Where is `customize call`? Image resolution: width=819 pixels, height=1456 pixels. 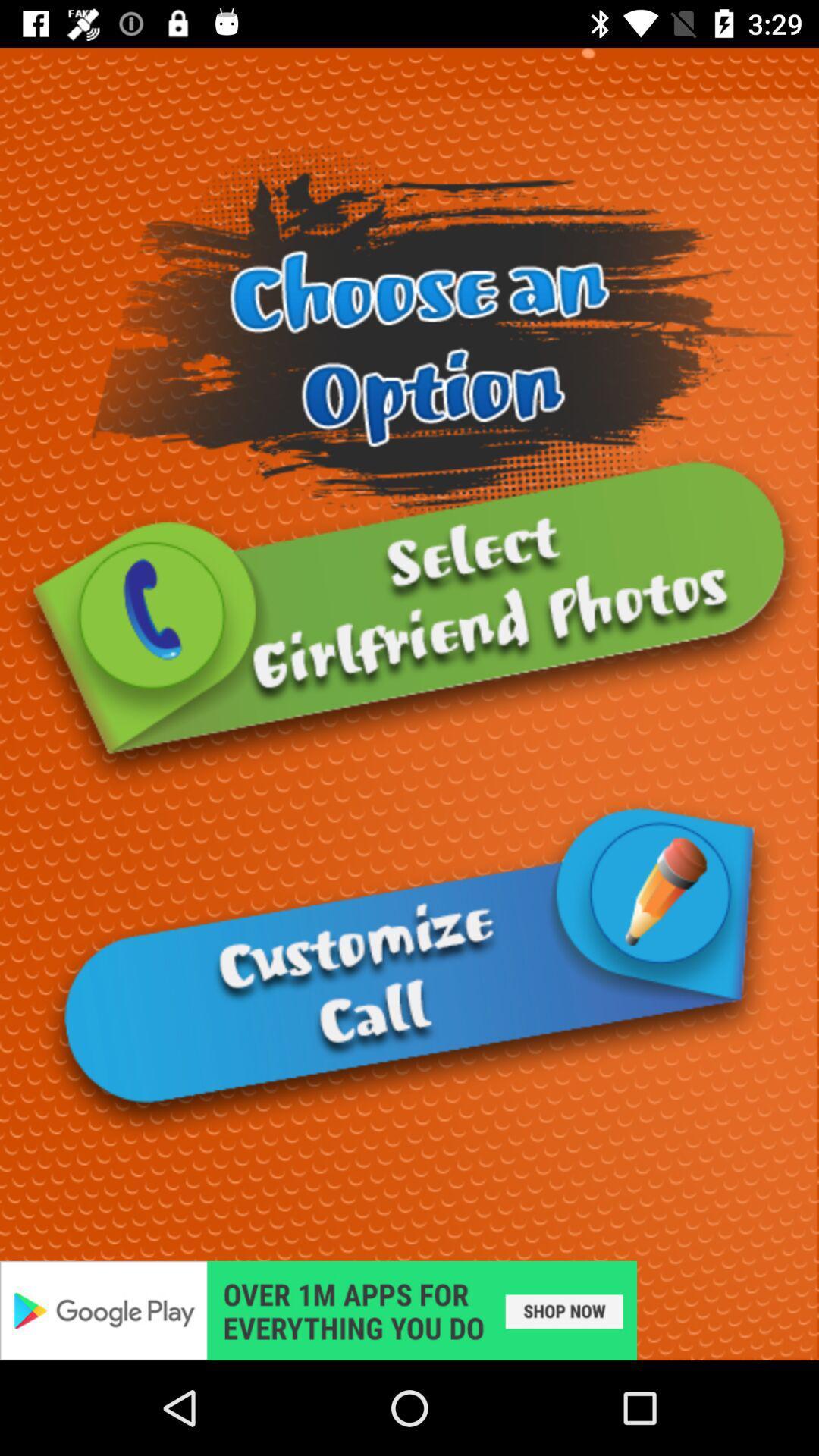 customize call is located at coordinates (409, 968).